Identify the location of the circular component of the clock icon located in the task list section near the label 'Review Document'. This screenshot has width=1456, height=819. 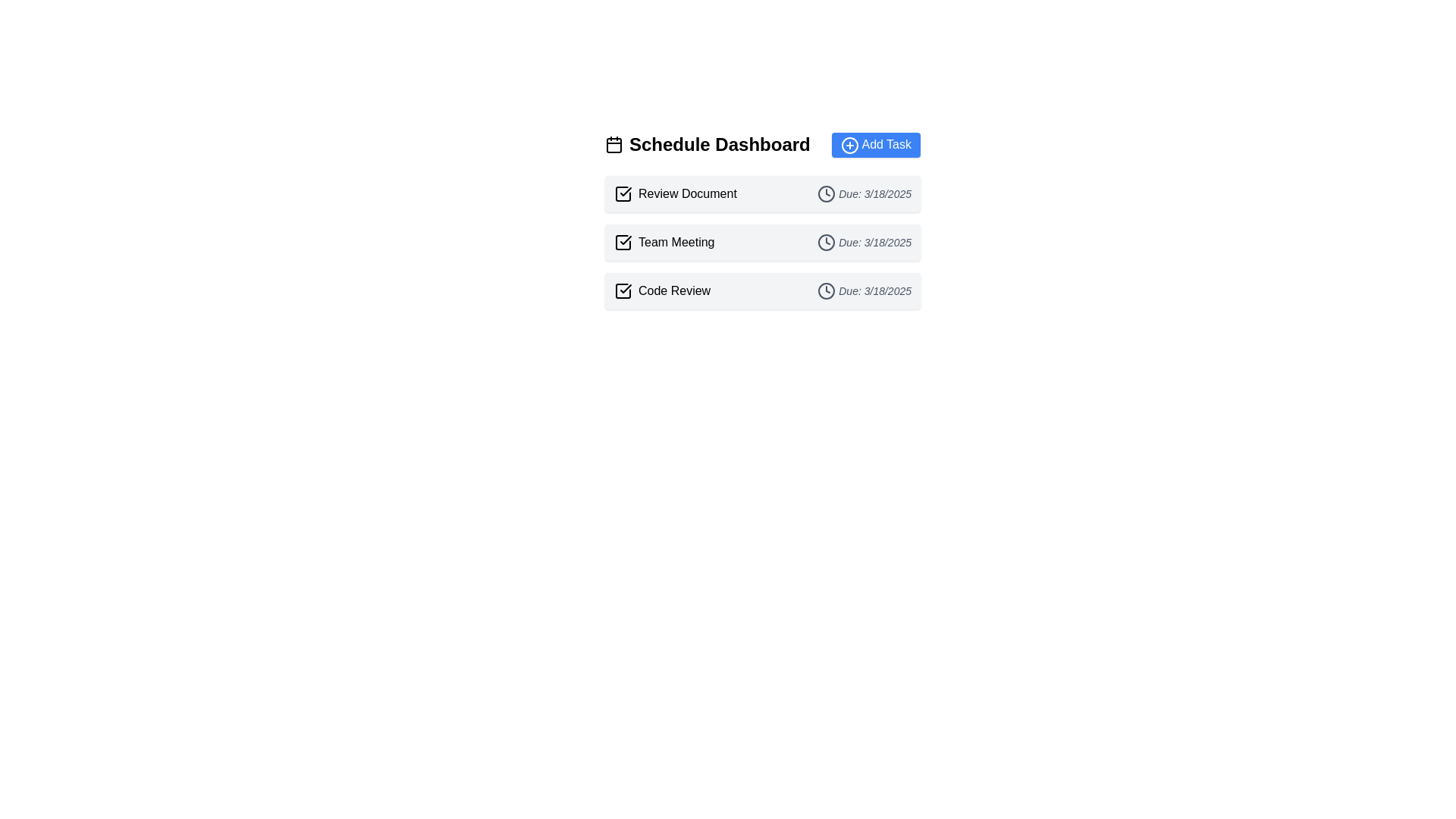
(826, 193).